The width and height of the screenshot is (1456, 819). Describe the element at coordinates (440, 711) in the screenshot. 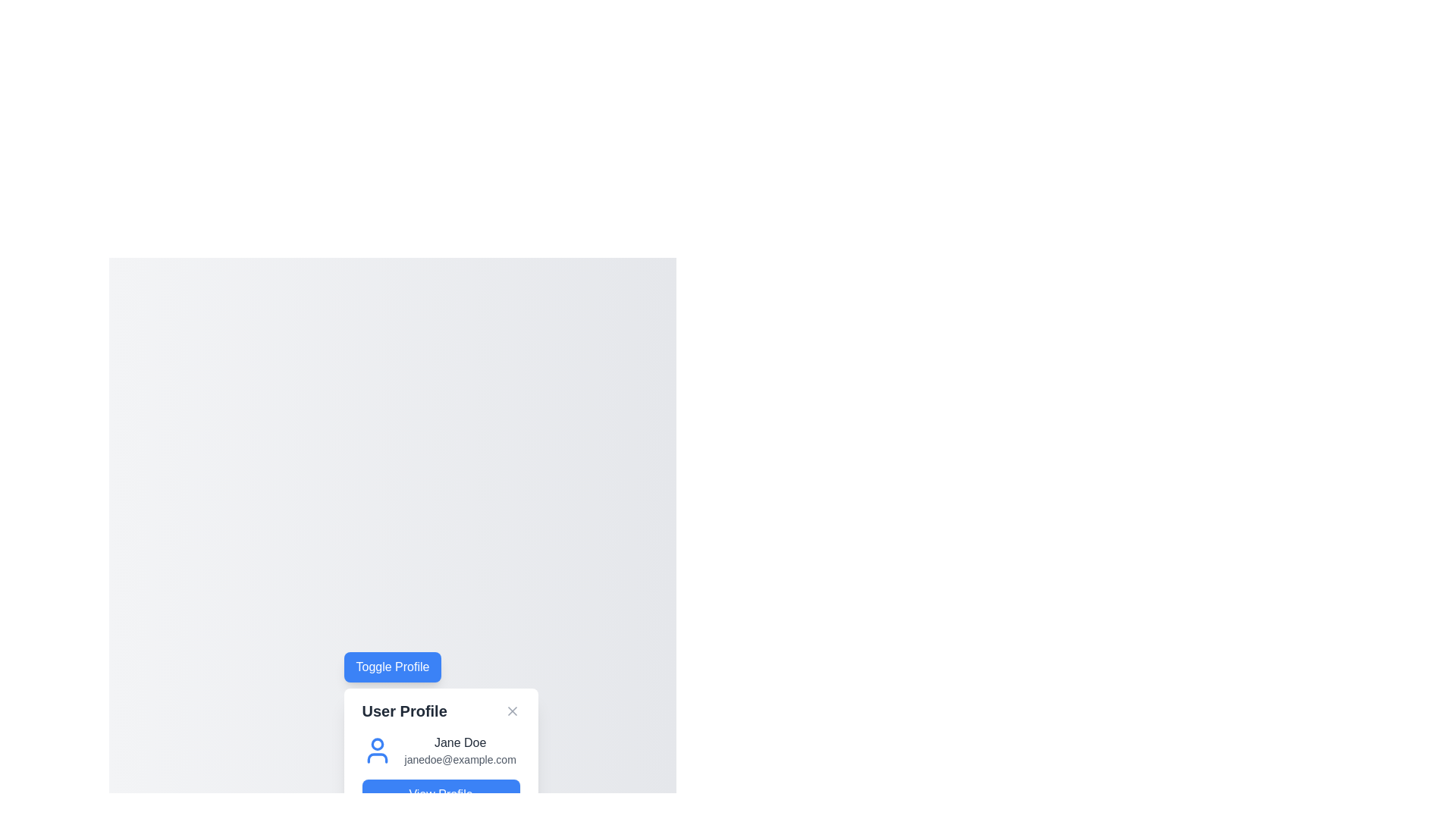

I see `the Header text element that serves as a title for the dropdown menu, positioned above user details and interactive action buttons` at that location.